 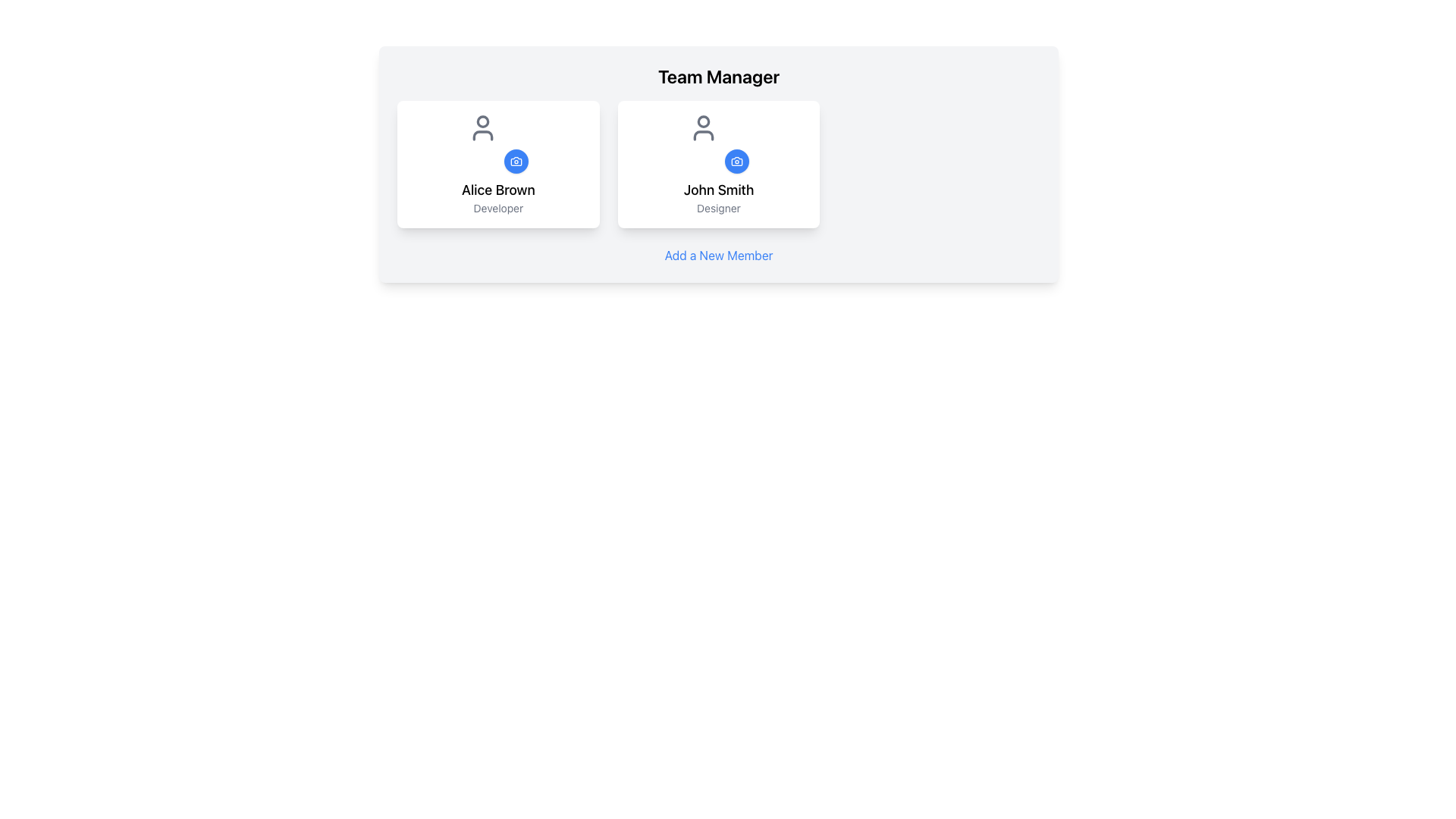 What do you see at coordinates (702, 121) in the screenshot?
I see `the circular top portion of the avatar icon representing 'John Smith' in the second card from the left` at bounding box center [702, 121].